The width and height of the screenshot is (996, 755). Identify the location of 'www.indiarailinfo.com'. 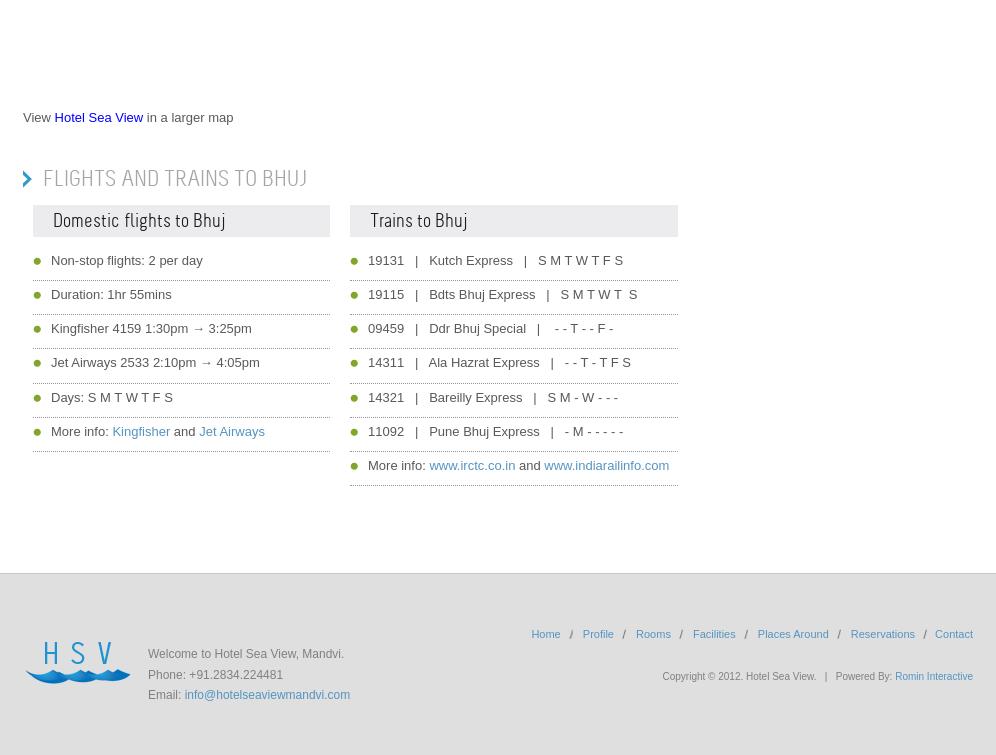
(606, 463).